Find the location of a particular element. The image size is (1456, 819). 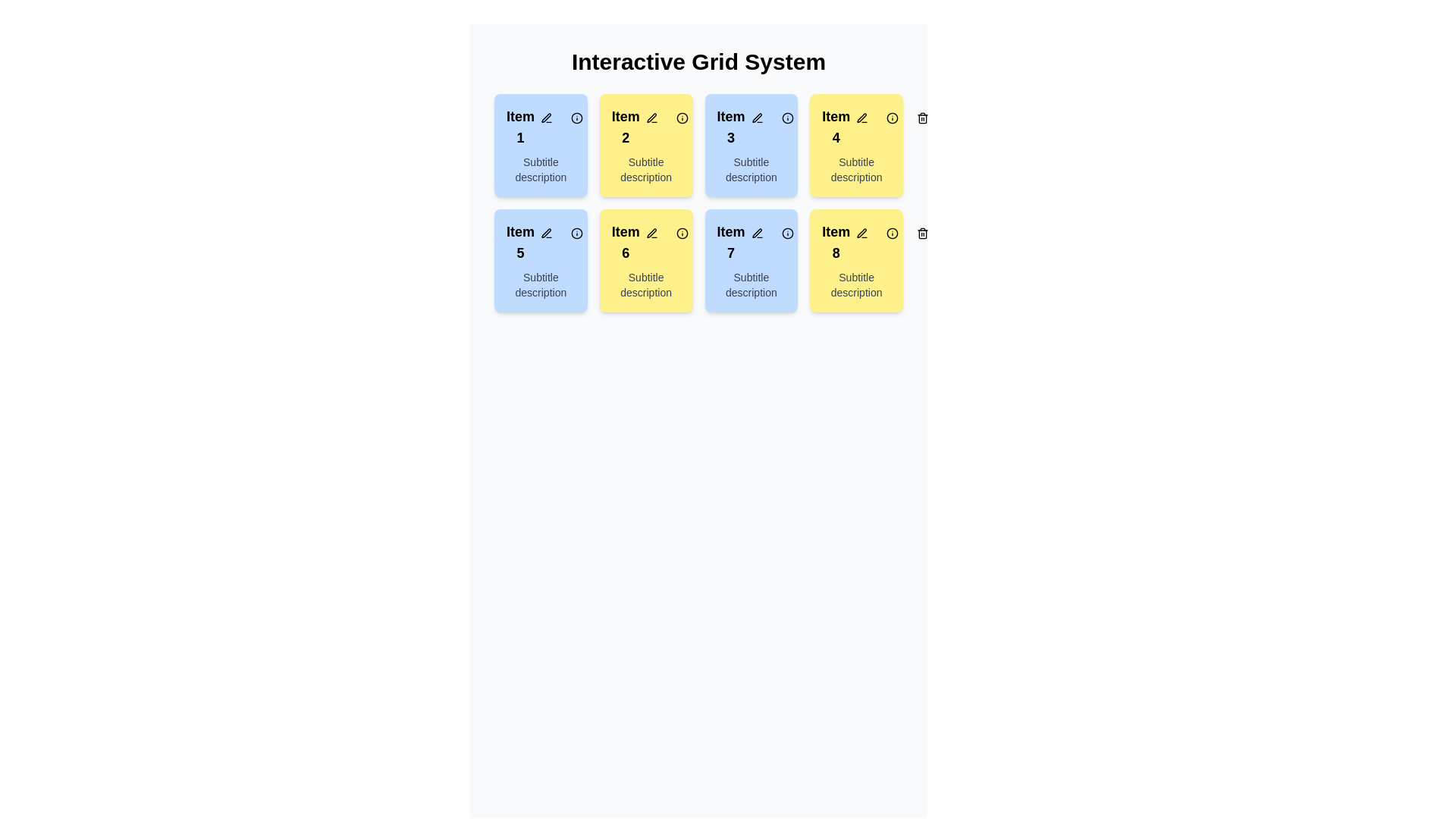

the first button in the row of interactive buttons for editing the third item in the grid layout, located at the top-right corner of the blue box labeled 'Item 3' is located at coordinates (757, 117).